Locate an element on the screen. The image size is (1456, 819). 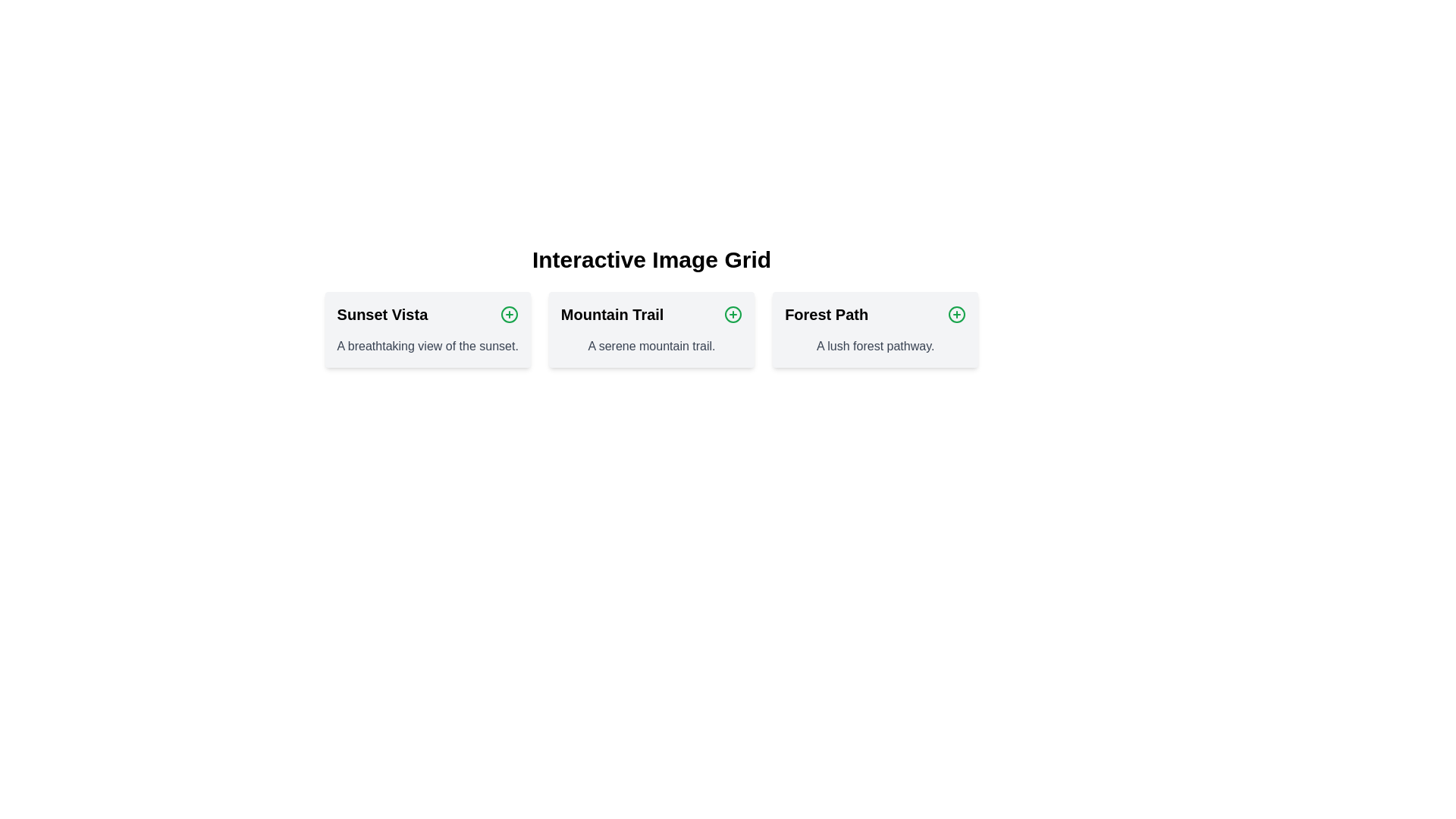
the text element that says 'A breathtaking view of the sunset.' located below the title 'Sunset Vista' in the card-style layout is located at coordinates (427, 346).